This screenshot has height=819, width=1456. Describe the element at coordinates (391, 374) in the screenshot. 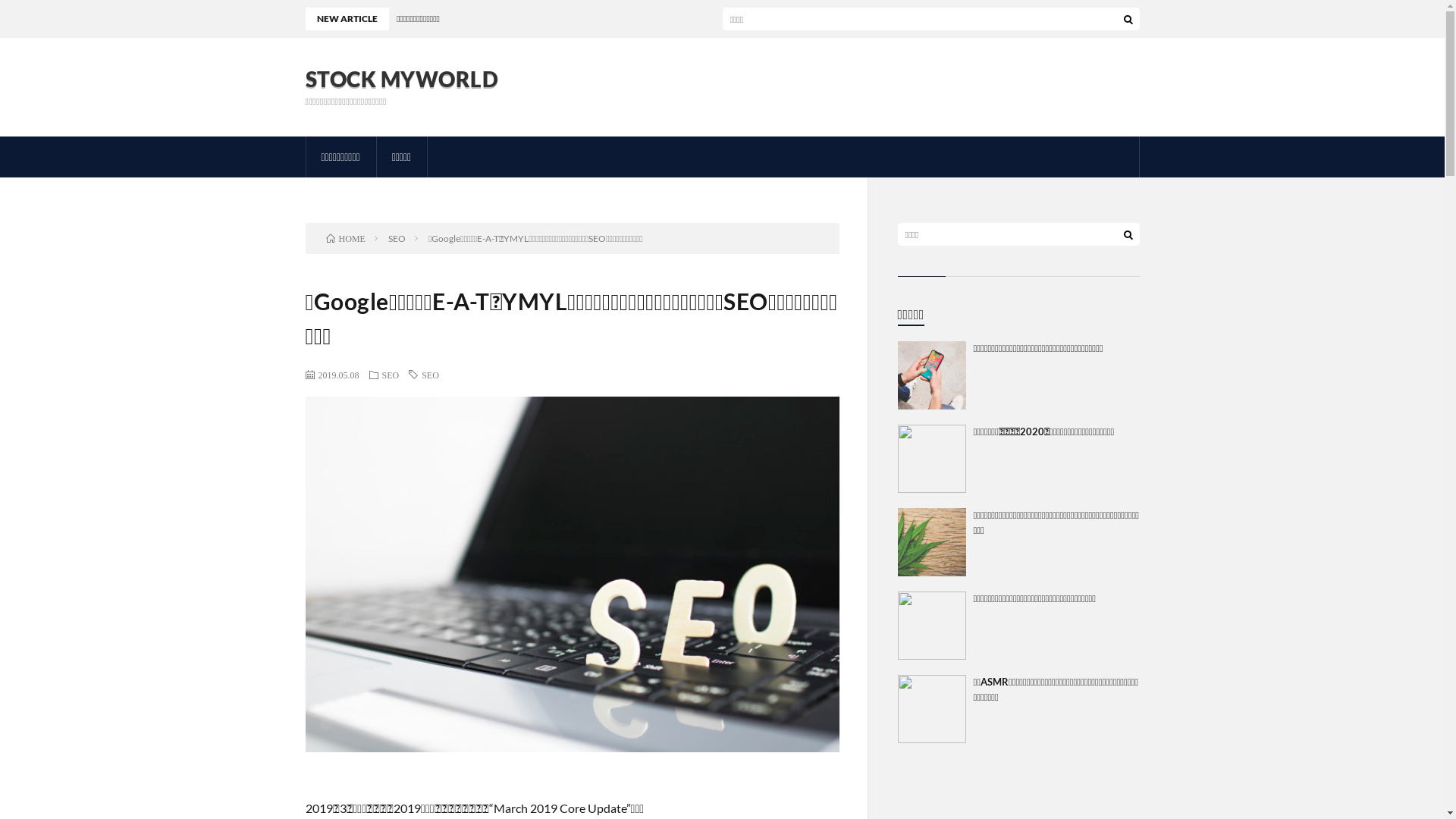

I see `'SEO'` at that location.